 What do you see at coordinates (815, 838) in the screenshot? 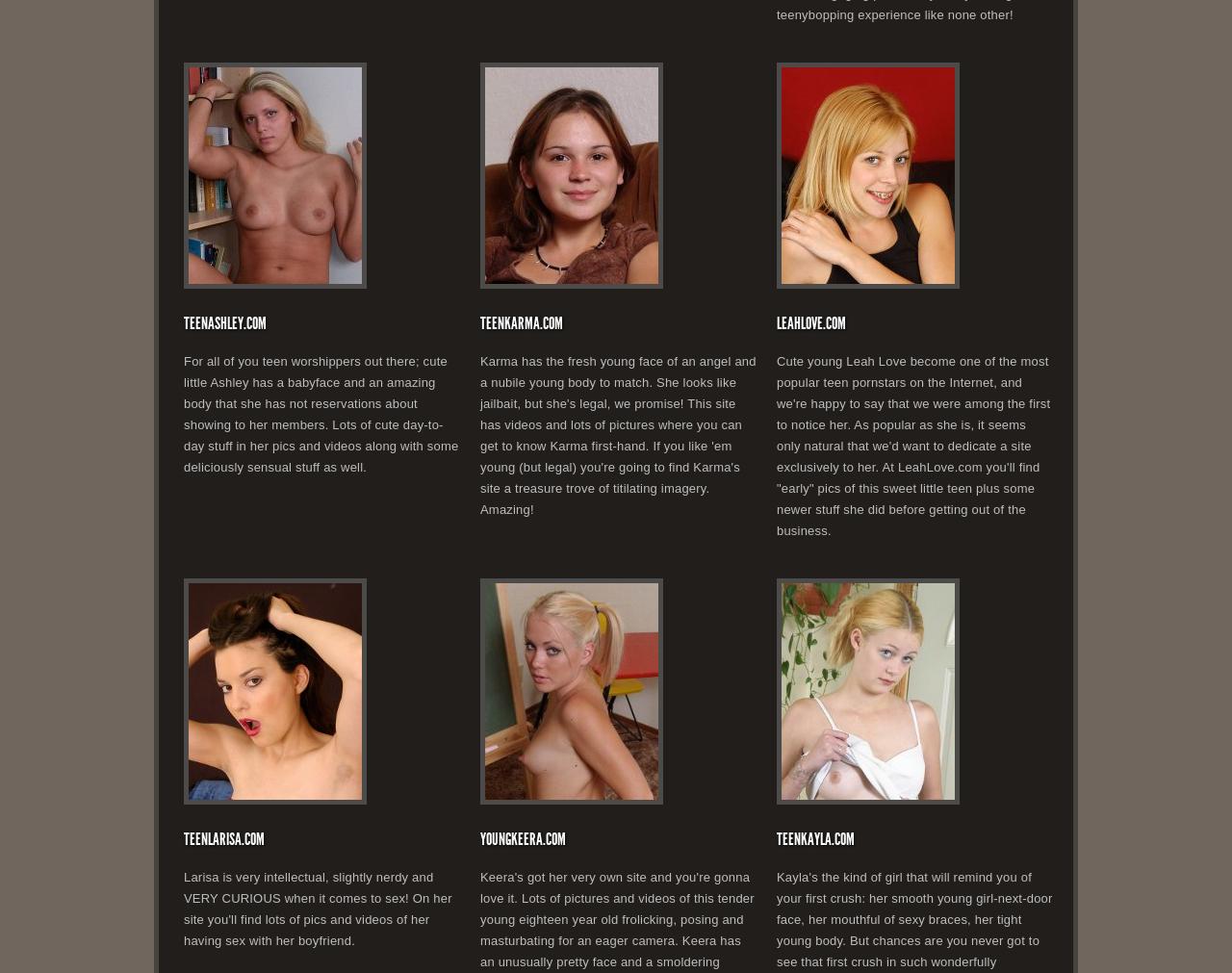
I see `'TeenKayla.com'` at bounding box center [815, 838].